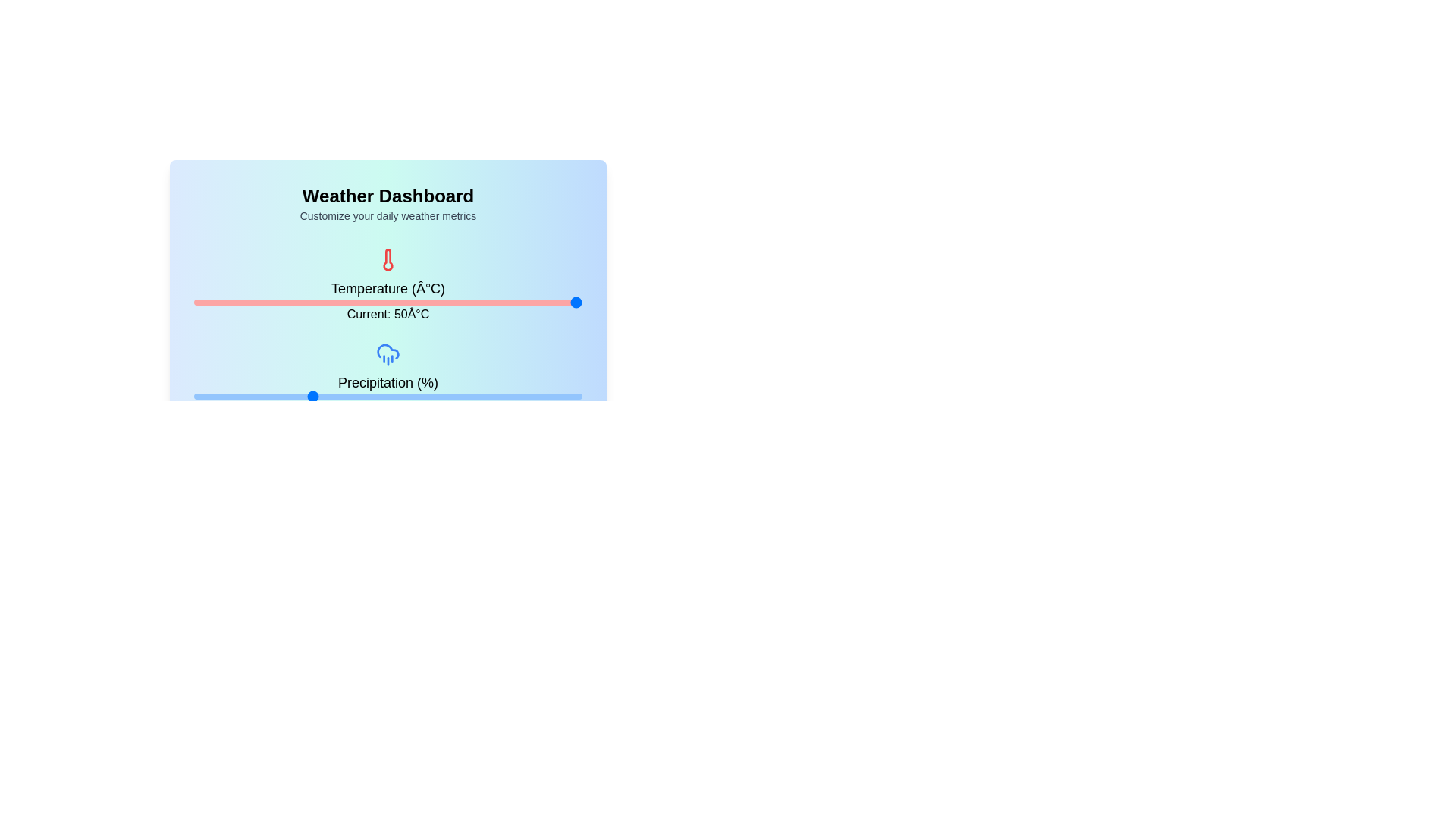 This screenshot has width=1456, height=819. Describe the element at coordinates (295, 396) in the screenshot. I see `precipitation` at that location.